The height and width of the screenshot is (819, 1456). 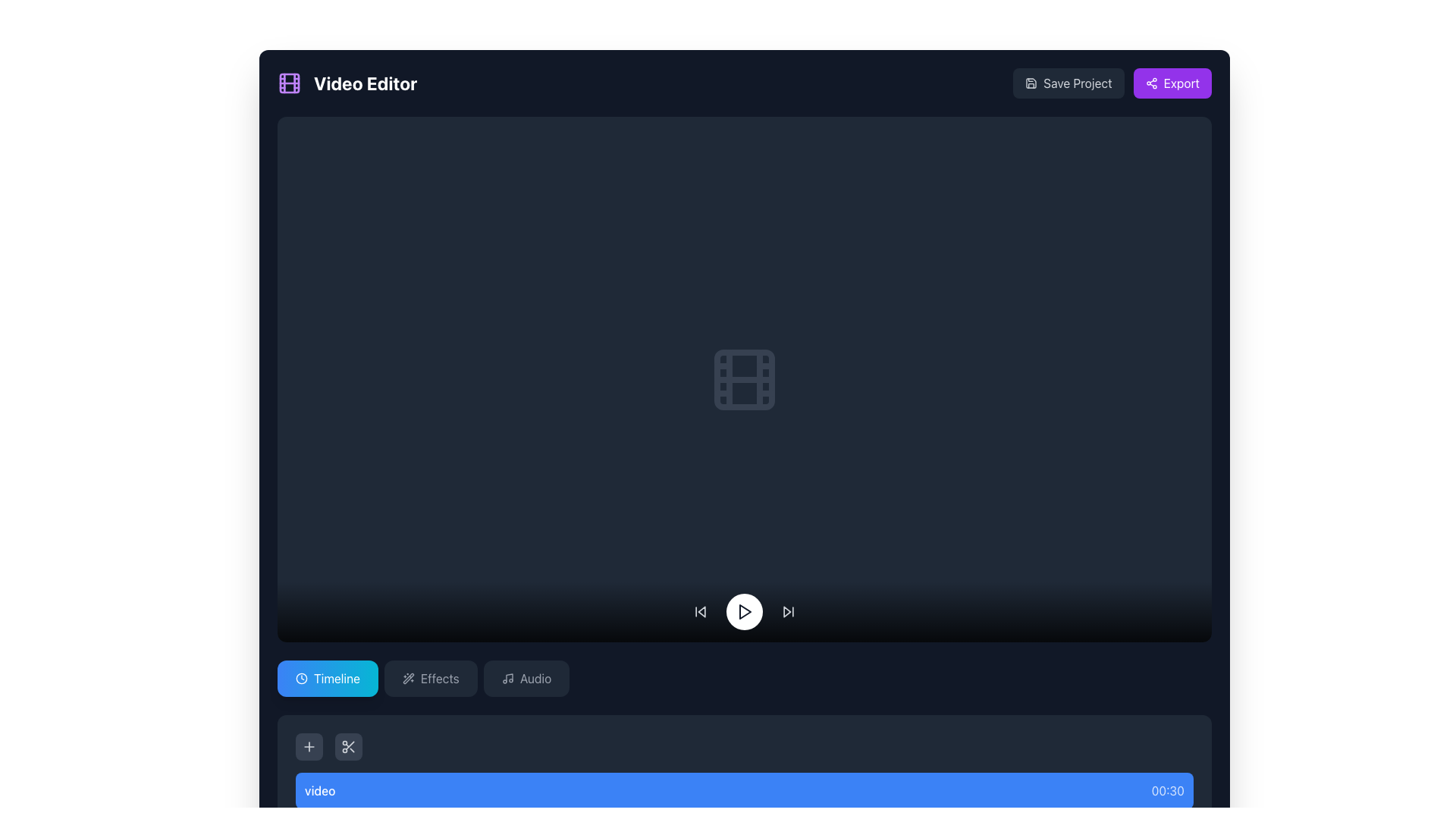 What do you see at coordinates (745, 789) in the screenshot?
I see `the 'video' button labeled with duration '00:30', which is the first selectable entry in a vertical list of components` at bounding box center [745, 789].